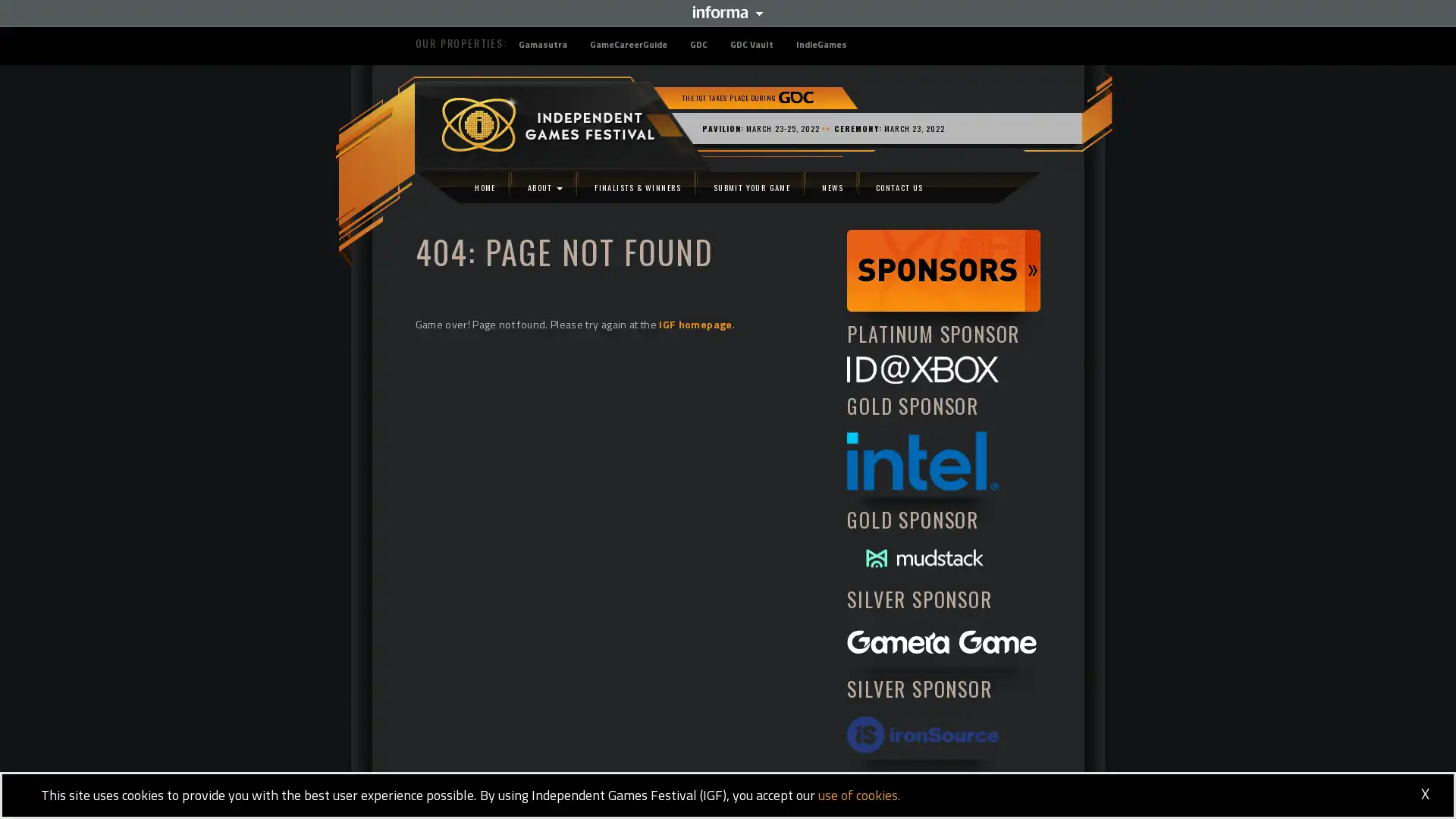  Describe the element at coordinates (728, 11) in the screenshot. I see `Informa` at that location.